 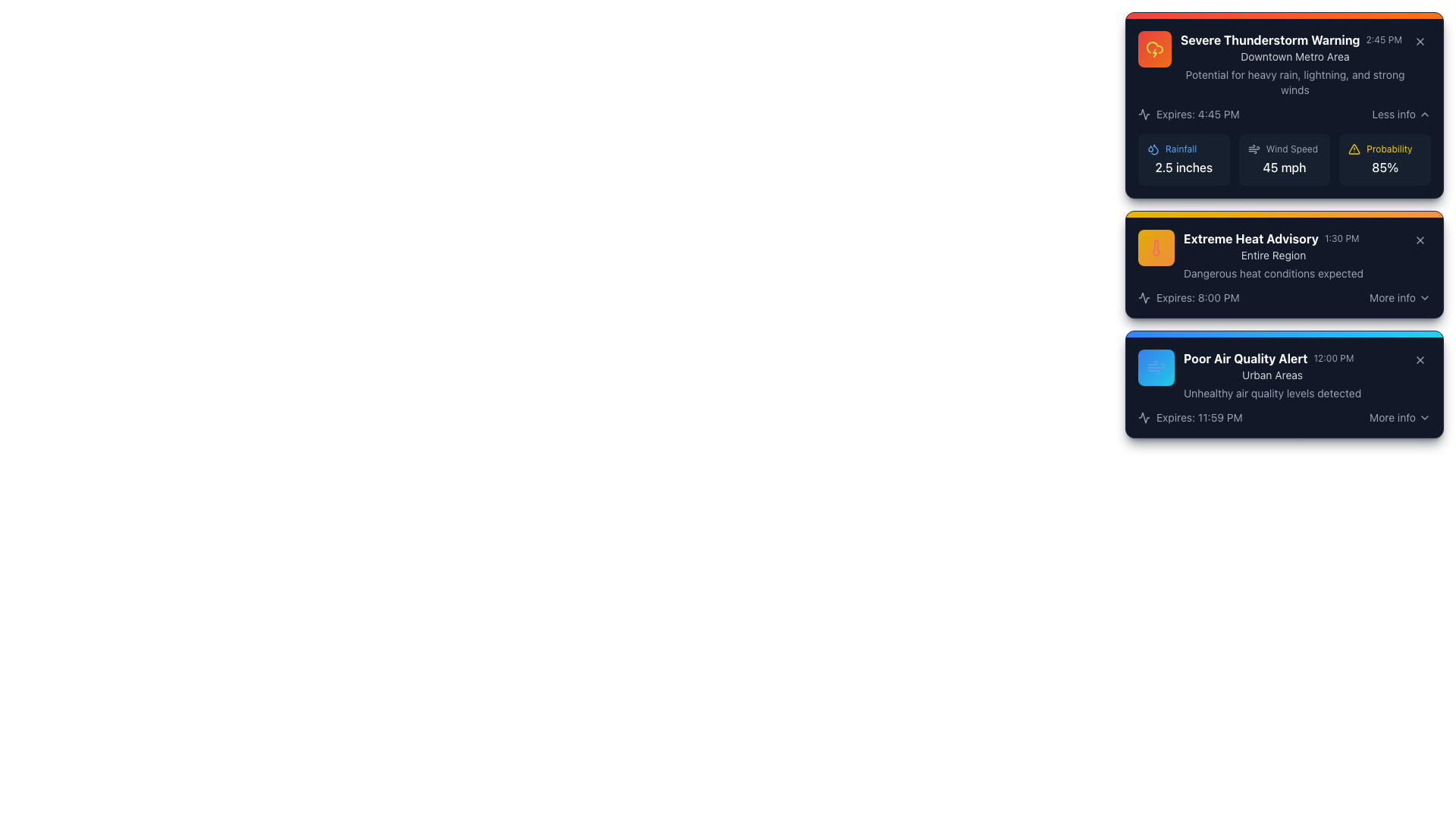 What do you see at coordinates (1419, 40) in the screenshot?
I see `the close button icon in the top-right corner of the 'Severe Thunderstorm Warning' card` at bounding box center [1419, 40].